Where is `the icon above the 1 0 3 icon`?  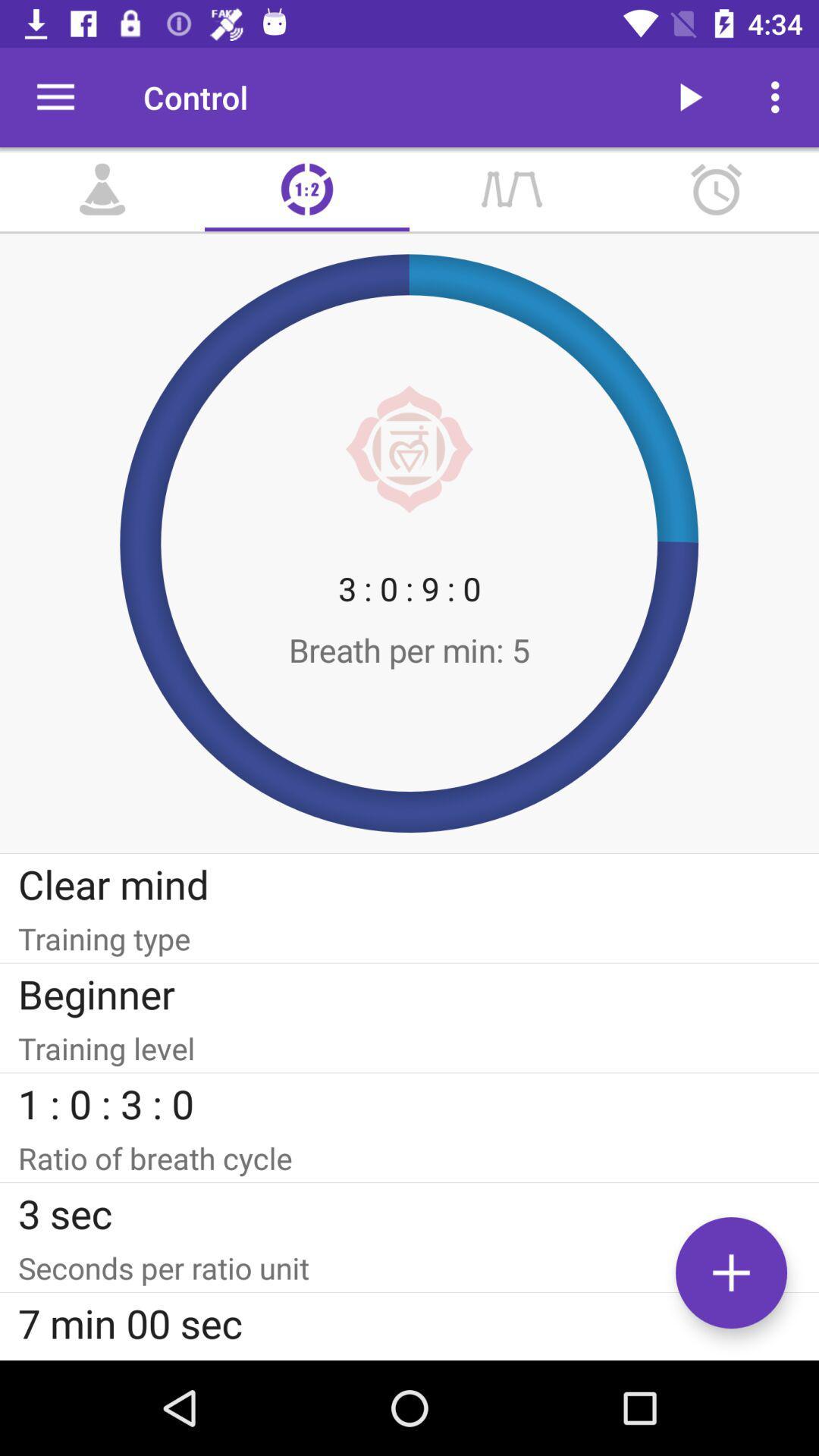 the icon above the 1 0 3 icon is located at coordinates (409, 1047).